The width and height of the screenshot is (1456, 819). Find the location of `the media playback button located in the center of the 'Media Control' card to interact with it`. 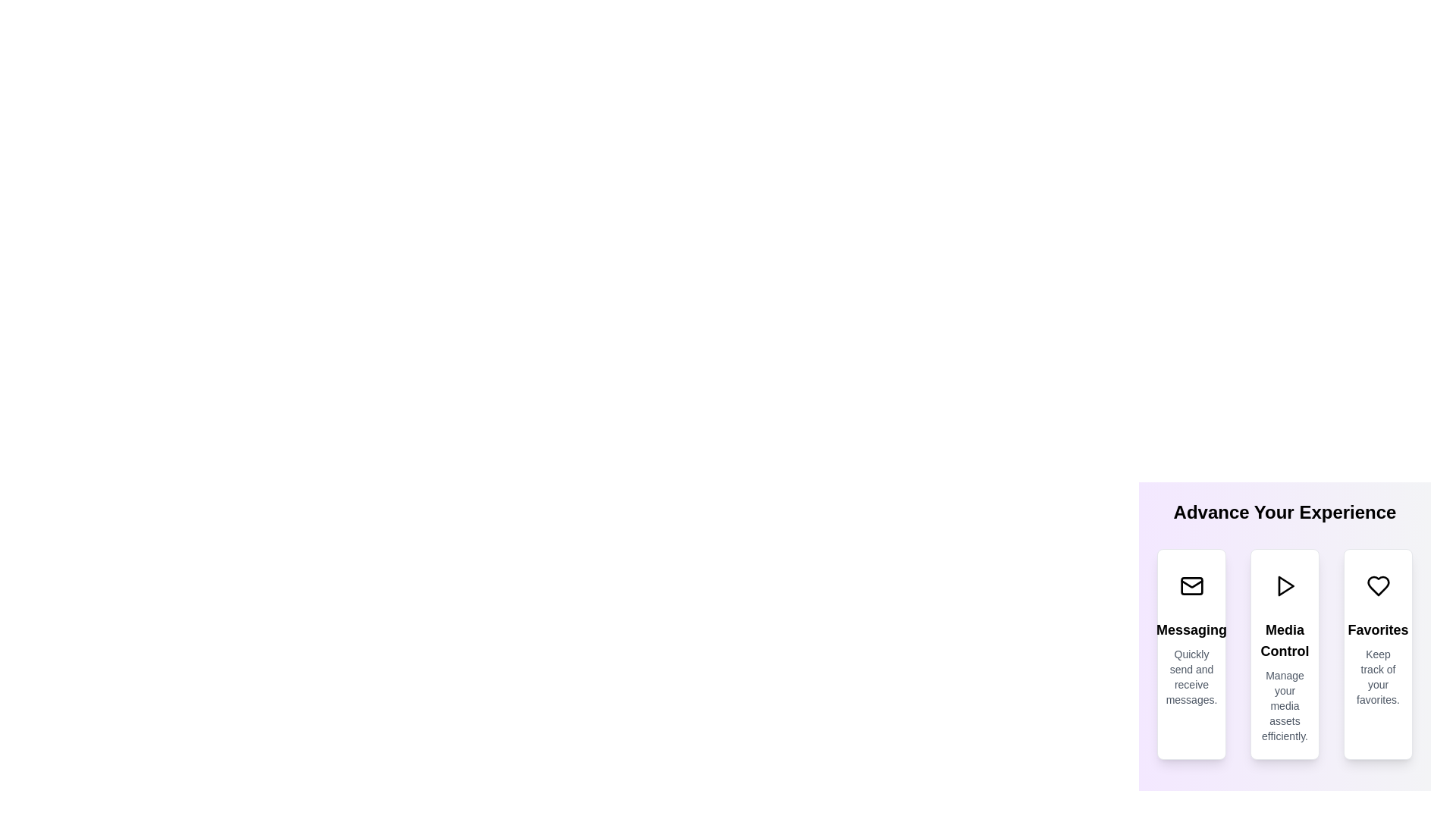

the media playback button located in the center of the 'Media Control' card to interact with it is located at coordinates (1284, 585).